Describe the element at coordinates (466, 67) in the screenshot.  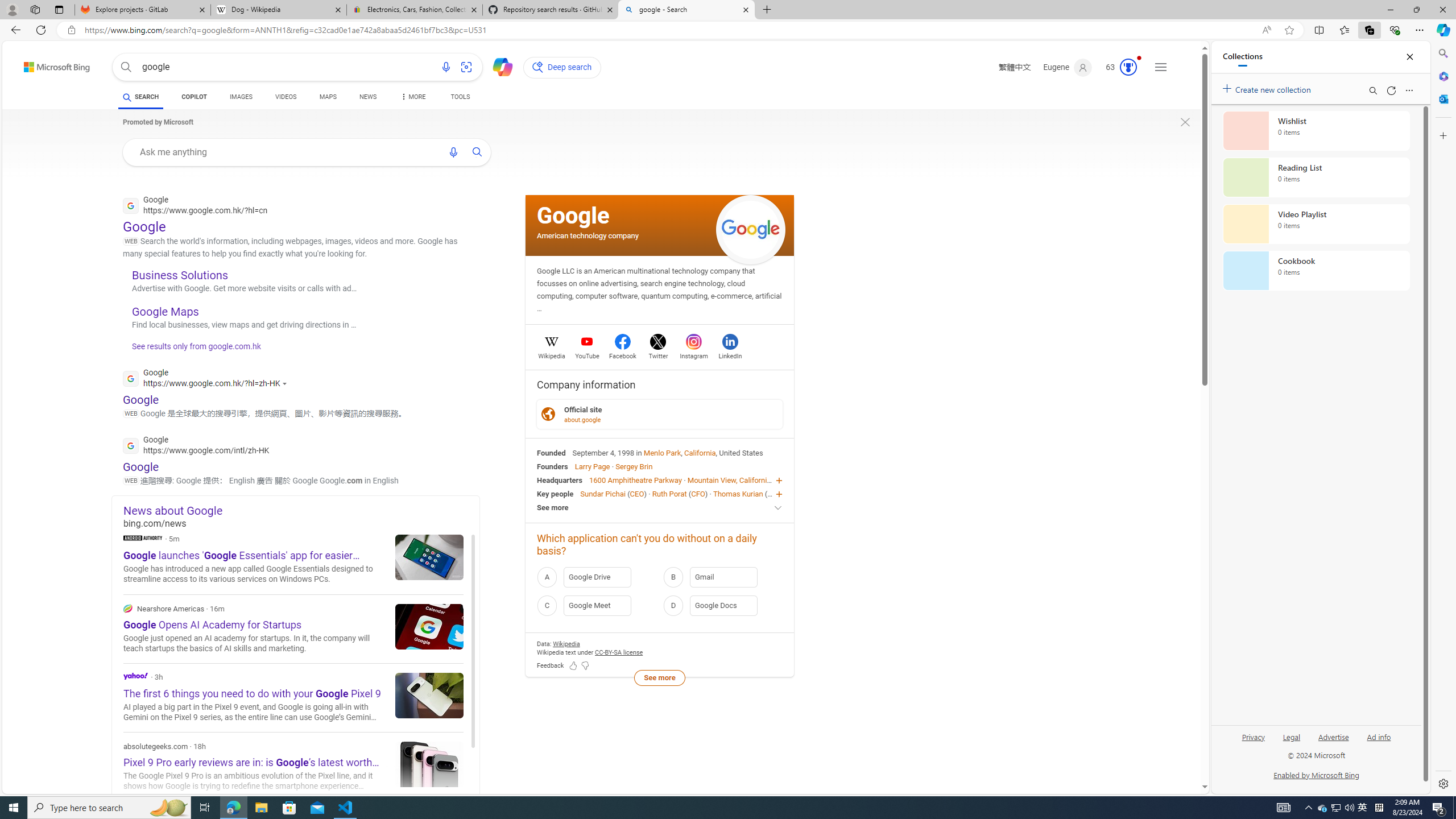
I see `'Search using an image'` at that location.